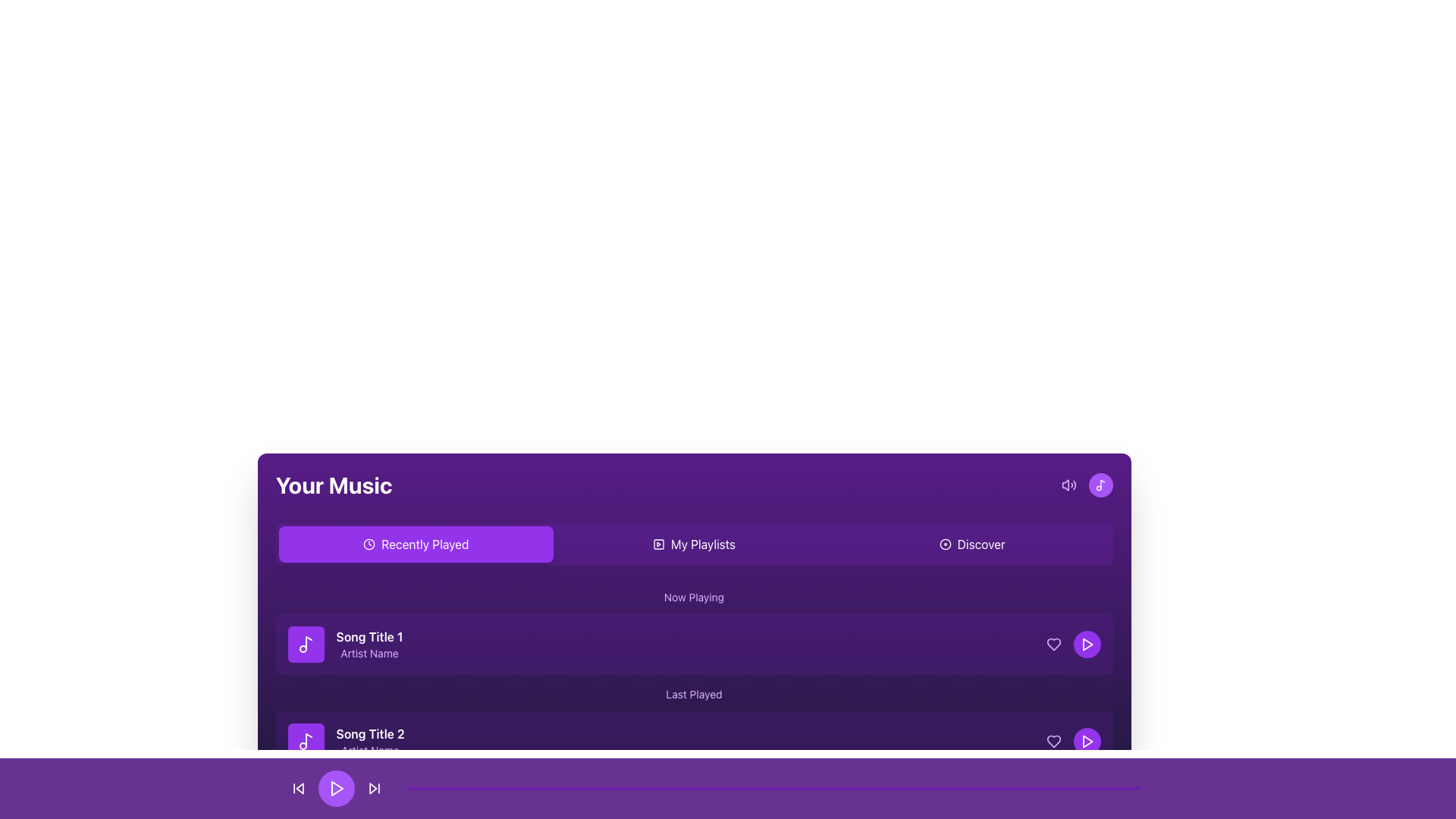 This screenshot has width=1456, height=819. What do you see at coordinates (336, 788) in the screenshot?
I see `the prominent purple circular button with a white play icon` at bounding box center [336, 788].